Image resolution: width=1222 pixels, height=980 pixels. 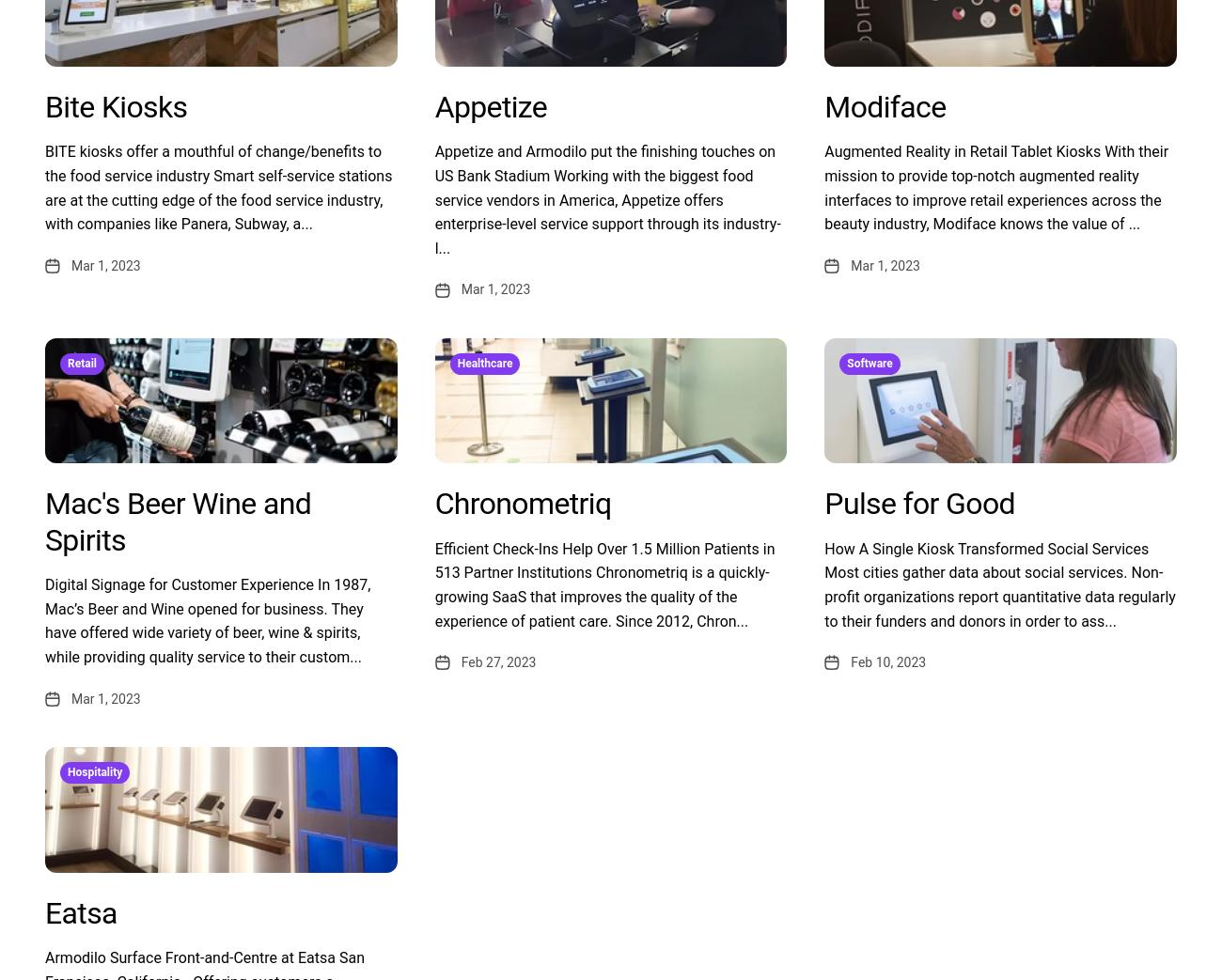 I want to click on 'How A Single Kiosk Transformed Social Services
Most cities gather data about social services. Non-profit organizations report quantitative data regularly to their funders and donors in order to ass...', so click(x=822, y=583).